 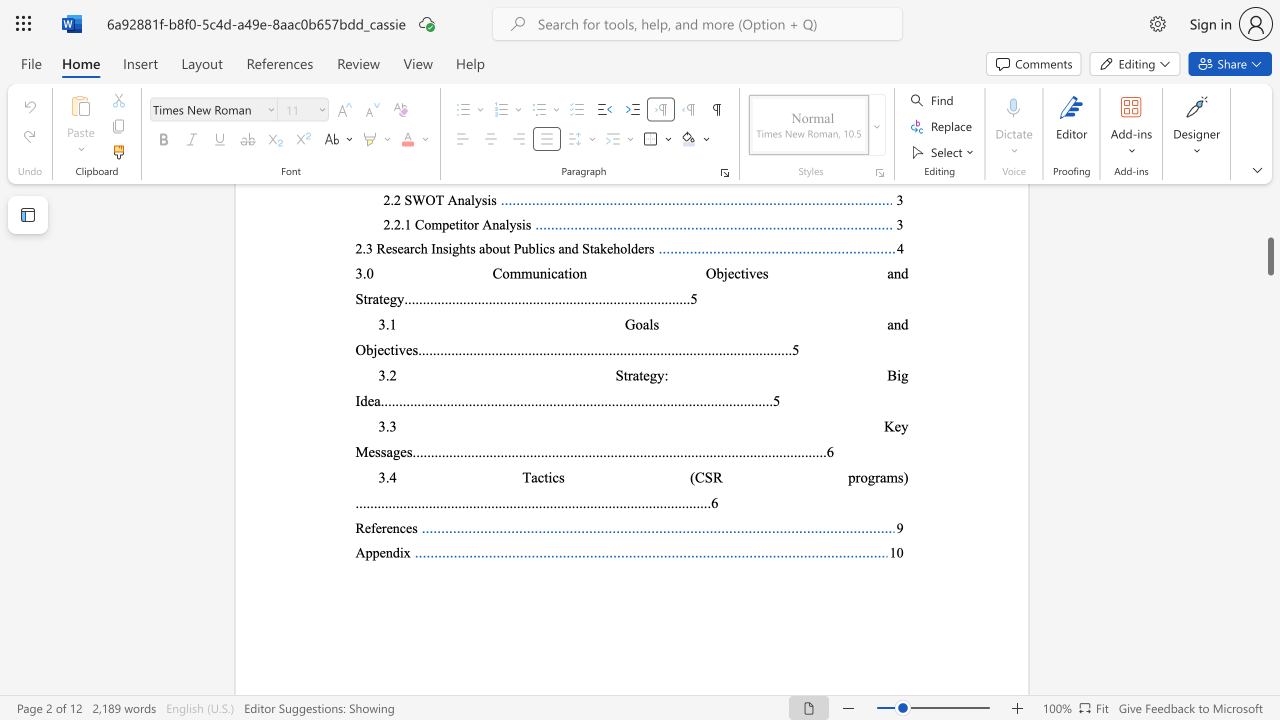 What do you see at coordinates (903, 425) in the screenshot?
I see `the 1th character "y" in the text` at bounding box center [903, 425].